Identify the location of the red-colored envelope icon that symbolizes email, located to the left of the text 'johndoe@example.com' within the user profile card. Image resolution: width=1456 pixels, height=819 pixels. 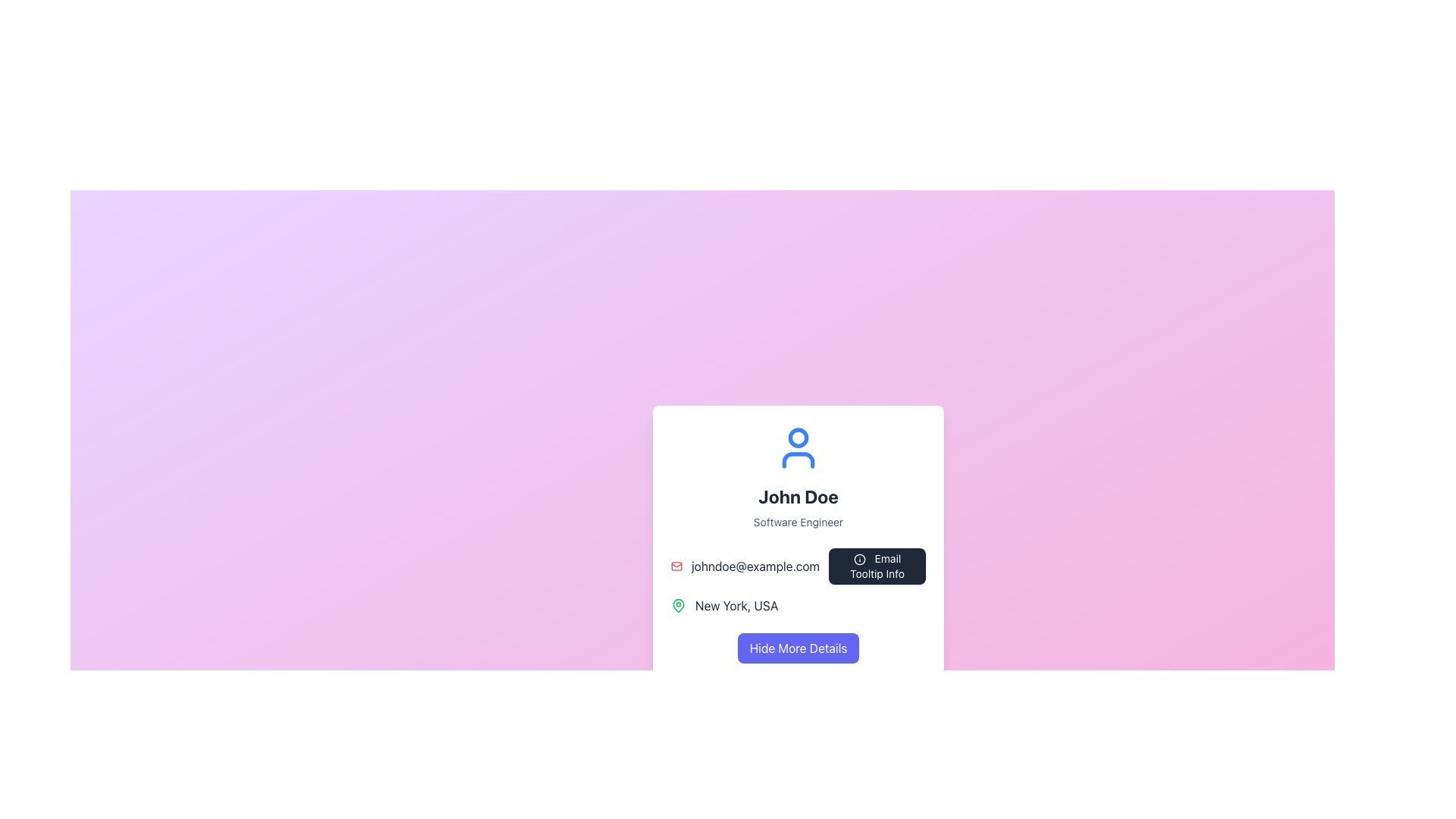
(676, 566).